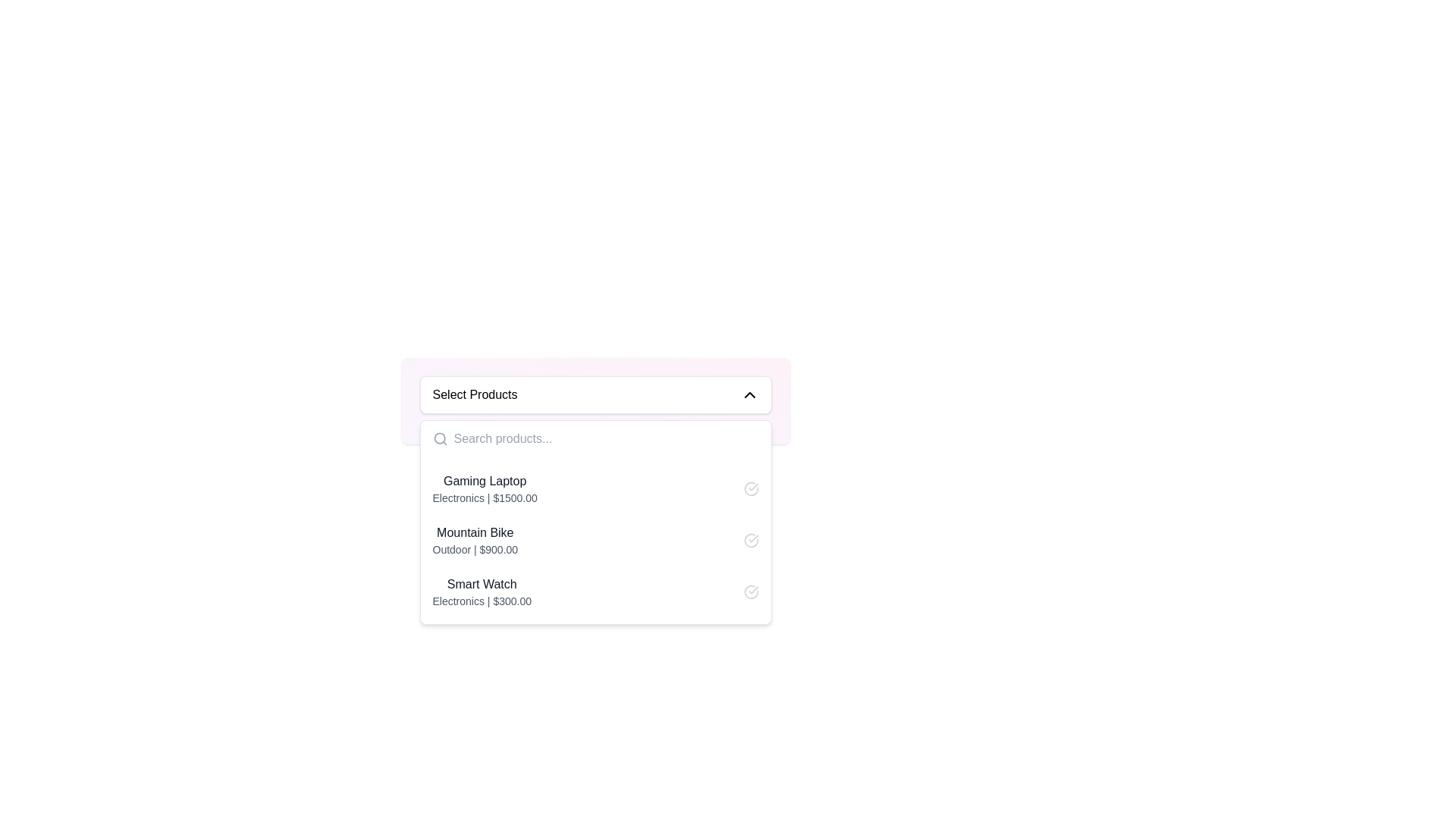  I want to click on the 'Gaming Laptop' text label, which is the first item, so click(484, 488).